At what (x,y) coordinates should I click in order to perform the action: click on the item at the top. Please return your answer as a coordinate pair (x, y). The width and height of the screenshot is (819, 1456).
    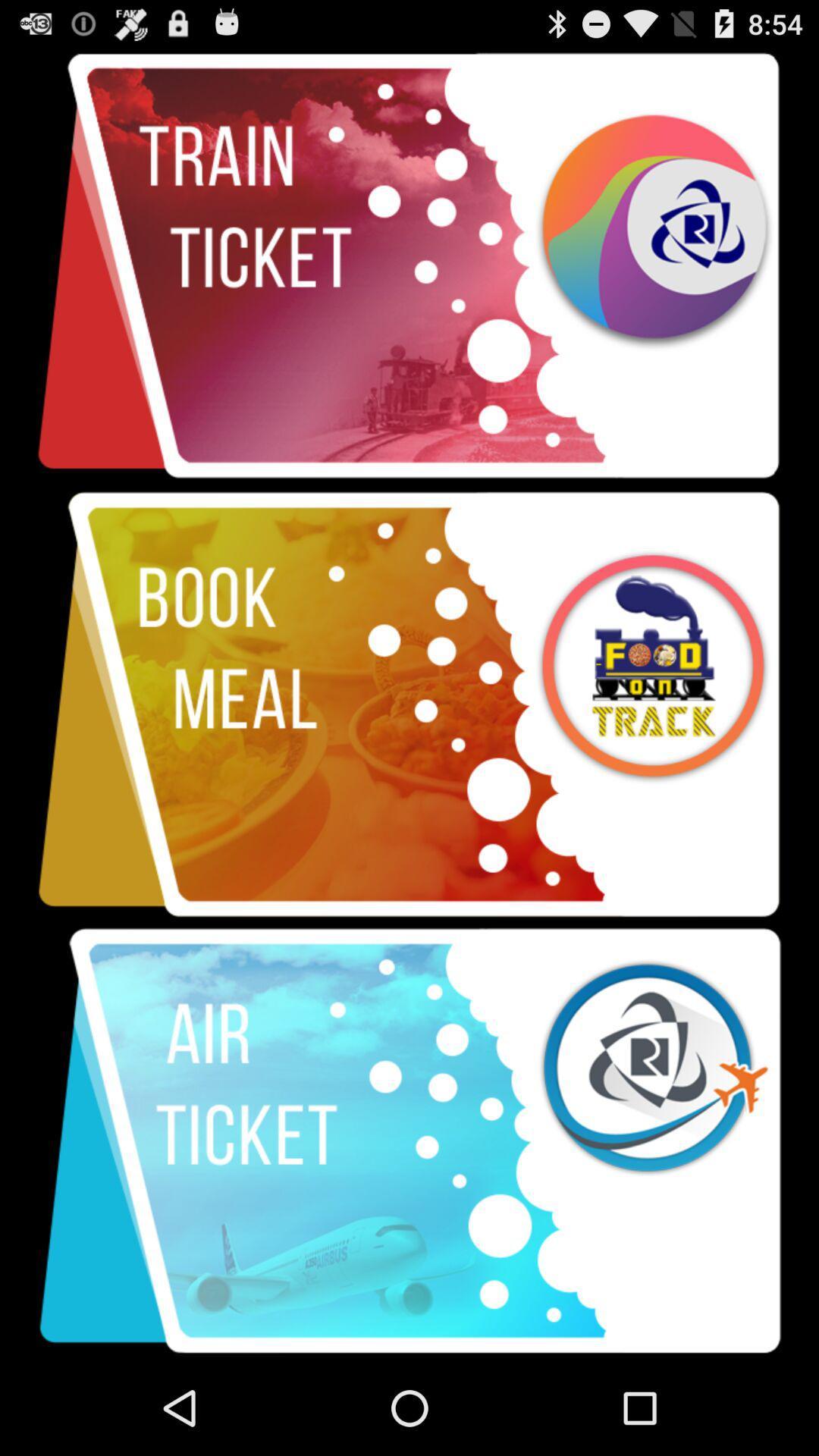
    Looking at the image, I should click on (409, 266).